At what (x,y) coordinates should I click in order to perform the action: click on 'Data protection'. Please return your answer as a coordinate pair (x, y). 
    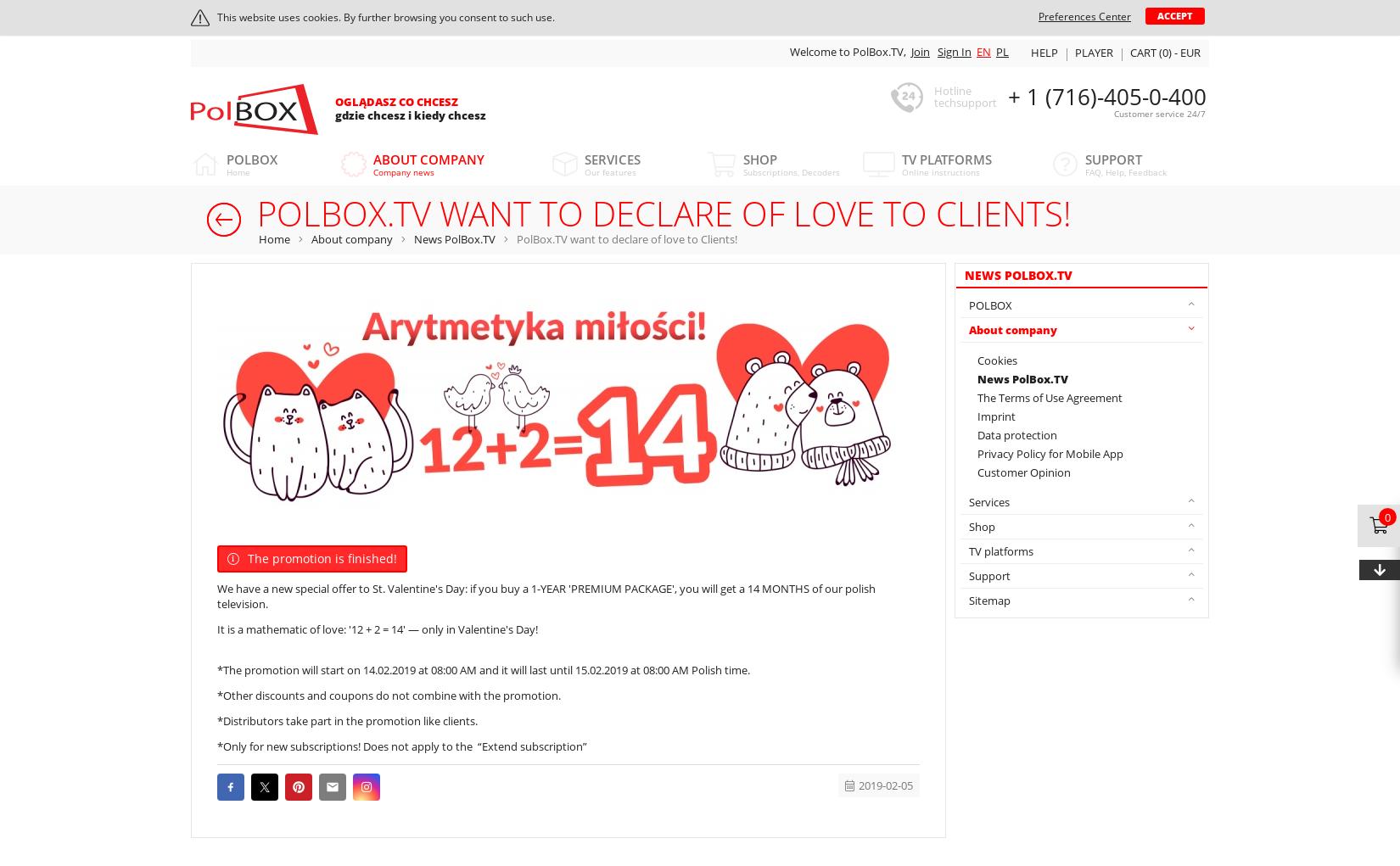
    Looking at the image, I should click on (1017, 434).